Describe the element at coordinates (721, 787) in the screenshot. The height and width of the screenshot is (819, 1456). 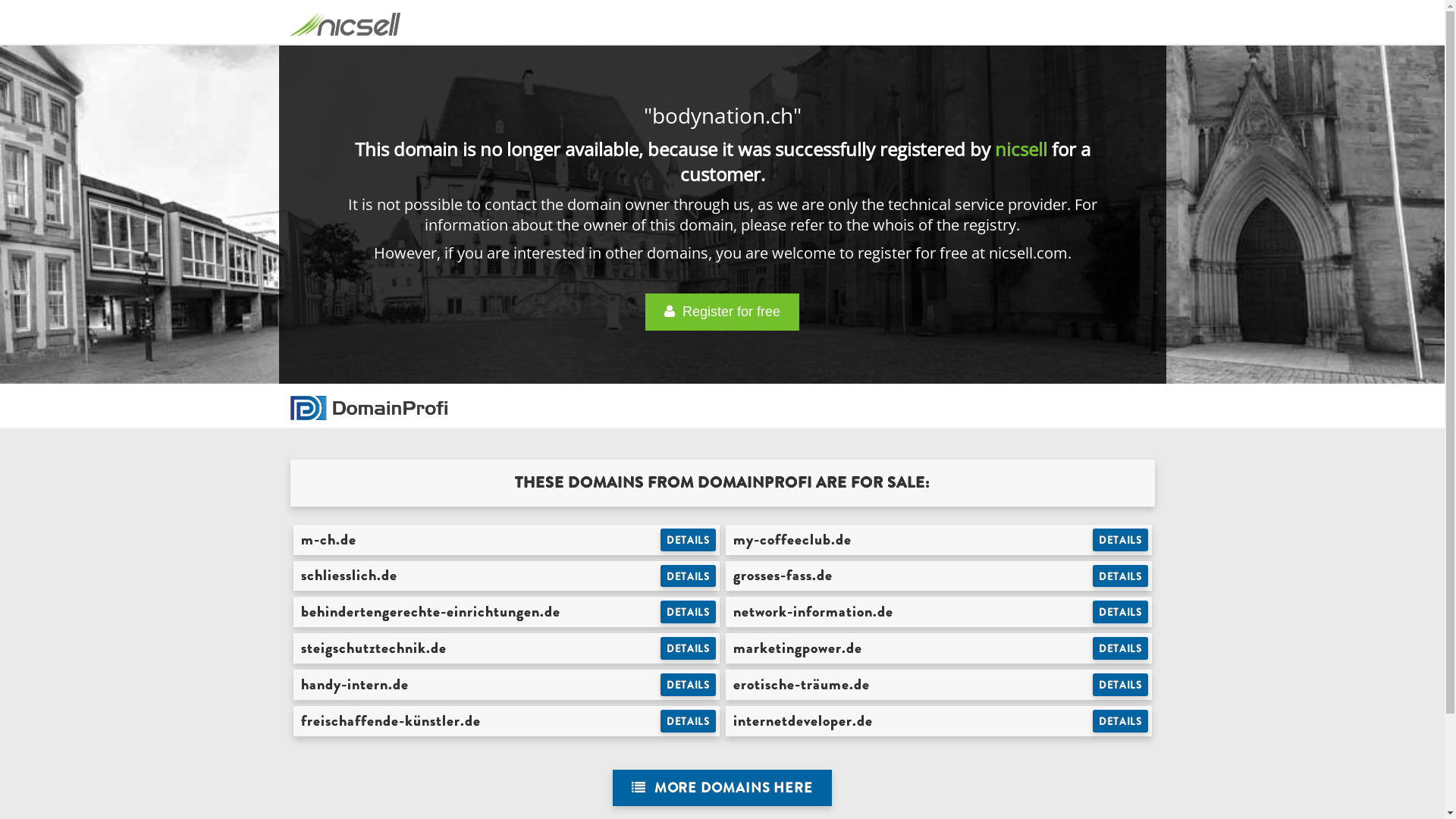
I see `'  MORE DOMAINS HERE'` at that location.